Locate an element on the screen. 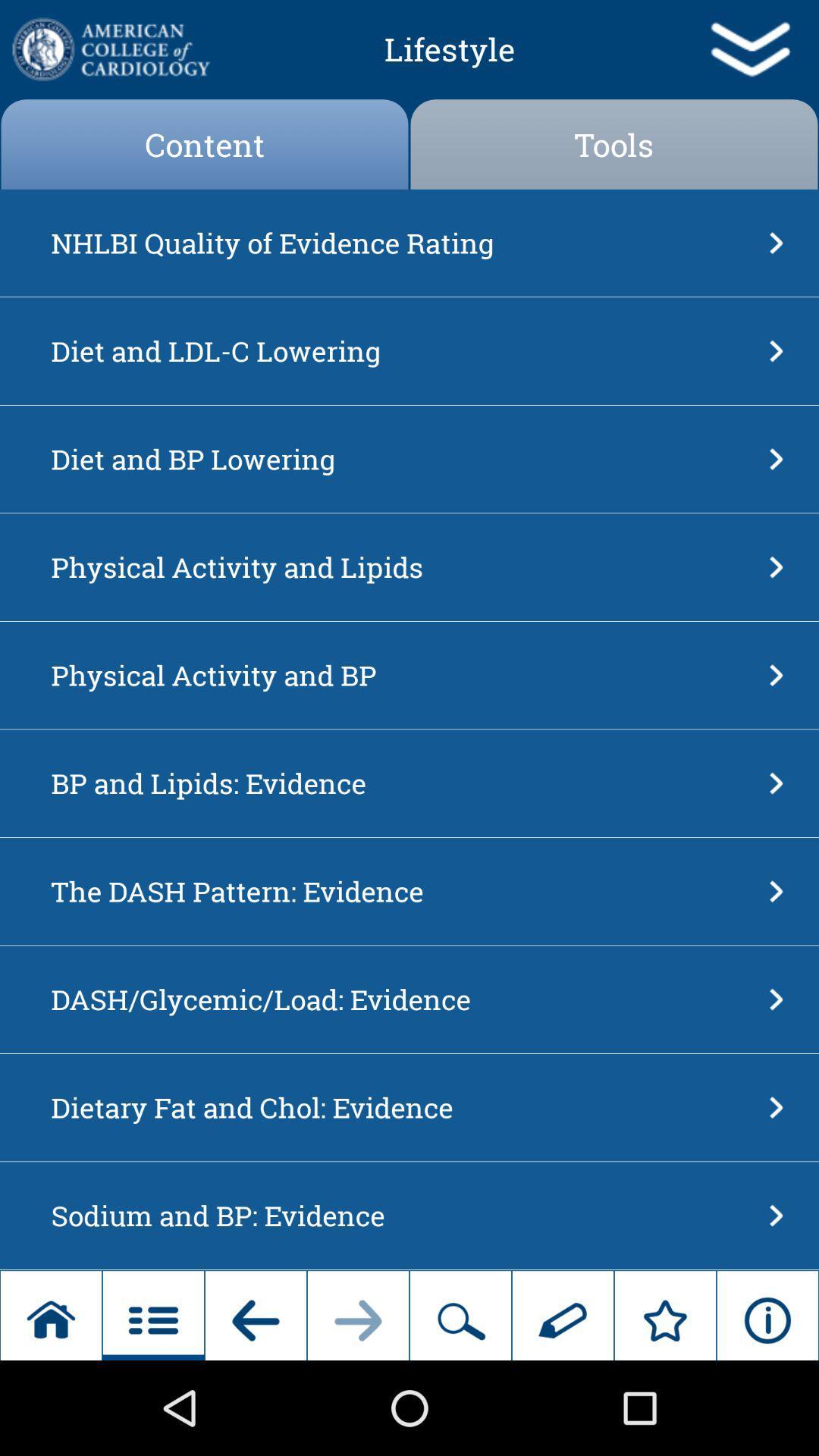 This screenshot has width=819, height=1456. tools button is located at coordinates (614, 144).